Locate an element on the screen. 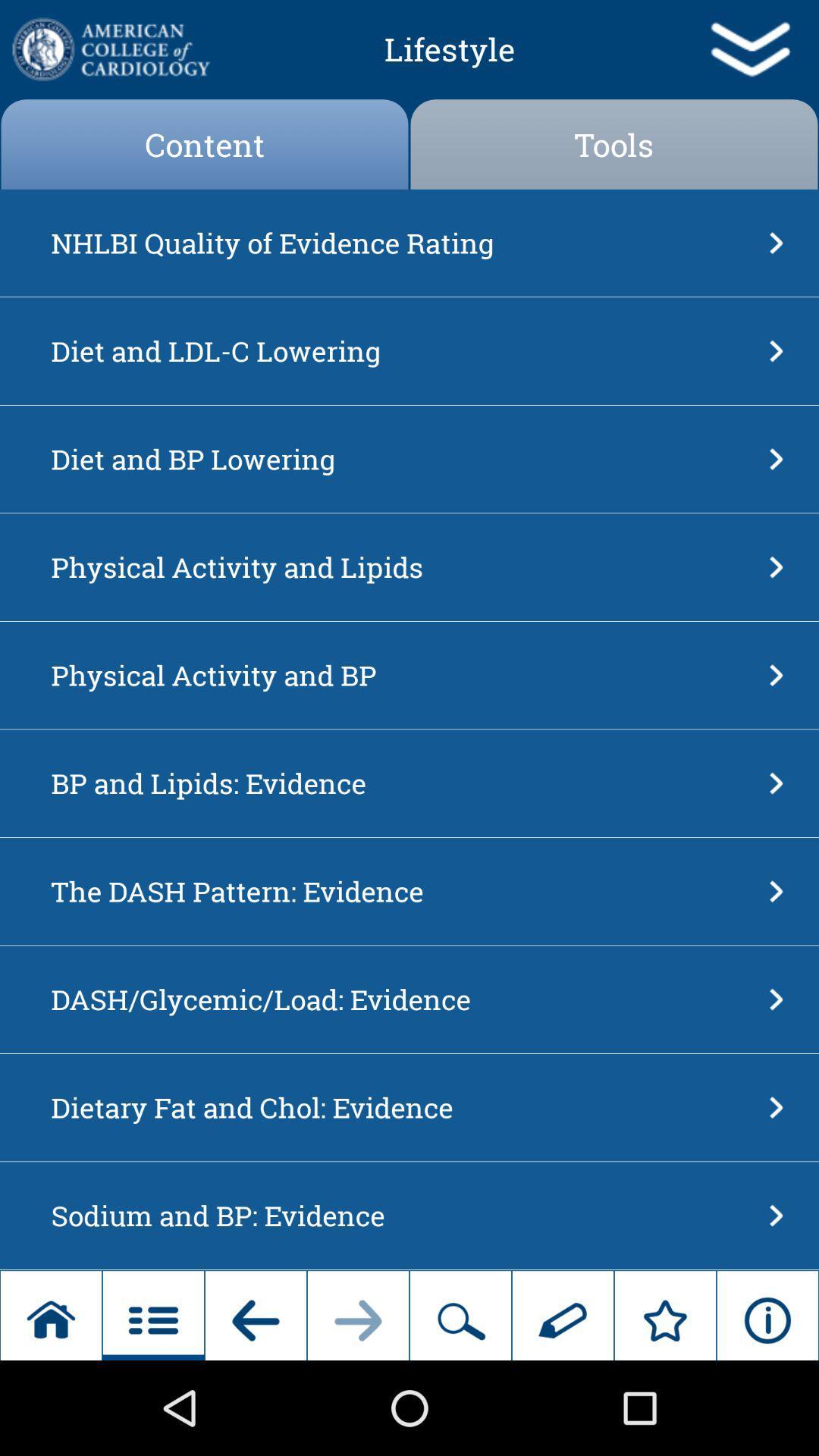 This screenshot has width=819, height=1456. tools button is located at coordinates (614, 144).